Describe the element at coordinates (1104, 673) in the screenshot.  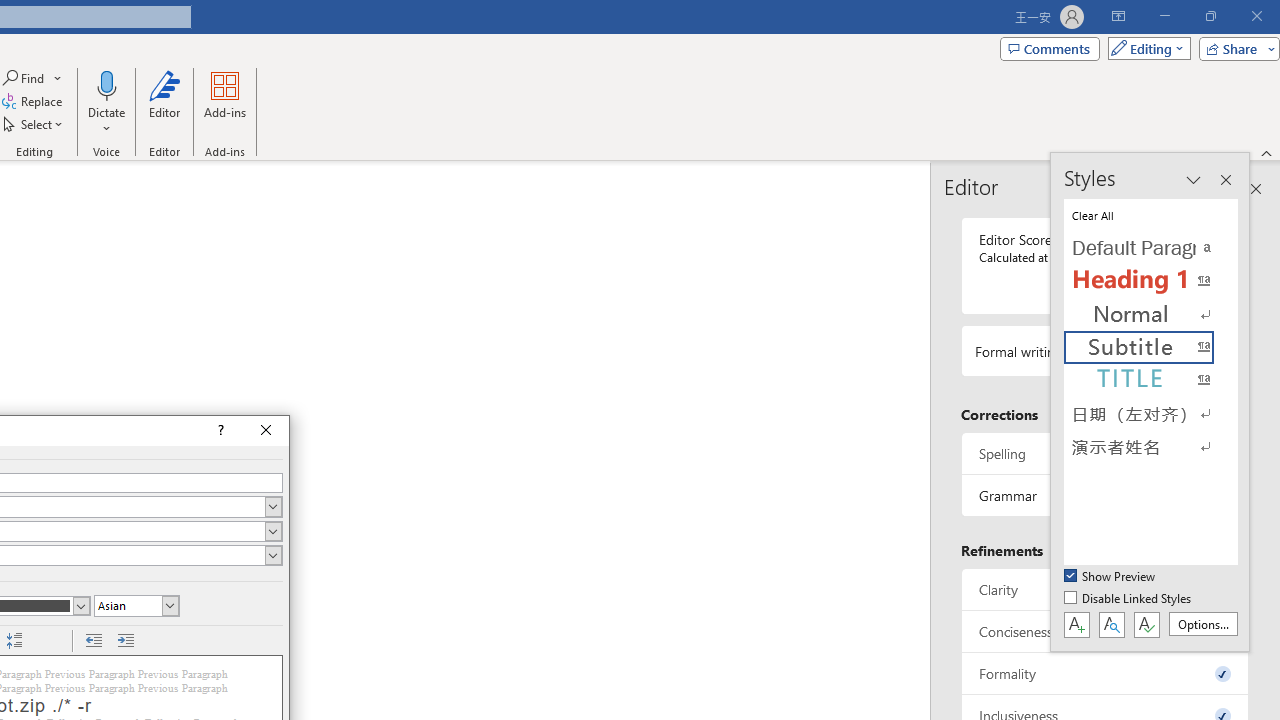
I see `'Formality, 0 issues. Press space or enter to review items.'` at that location.